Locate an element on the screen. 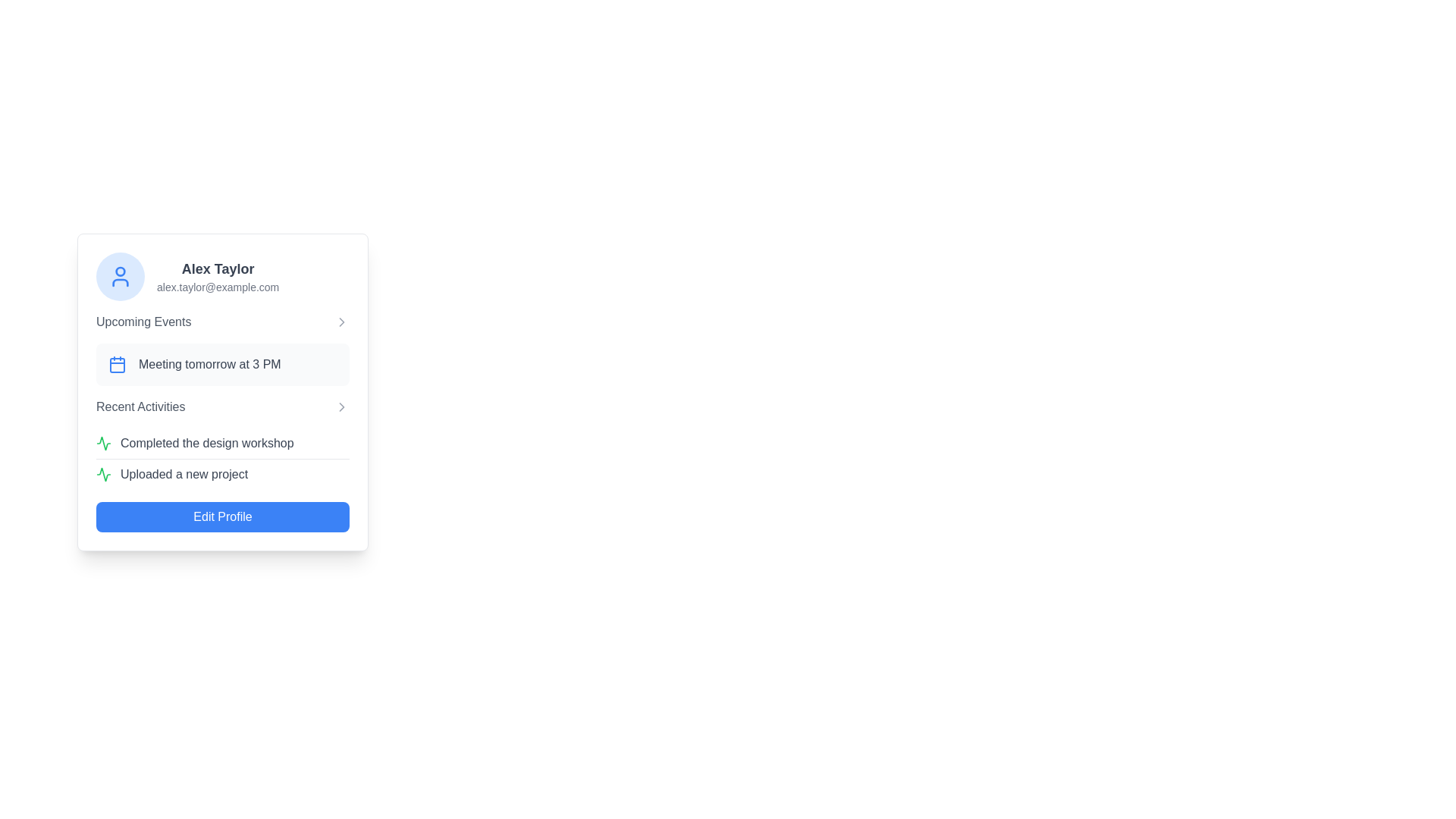  the static text displaying the email address associated with the user profile, located directly below the 'Alex Taylor' text in the profile card on the left side of the page is located at coordinates (217, 287).